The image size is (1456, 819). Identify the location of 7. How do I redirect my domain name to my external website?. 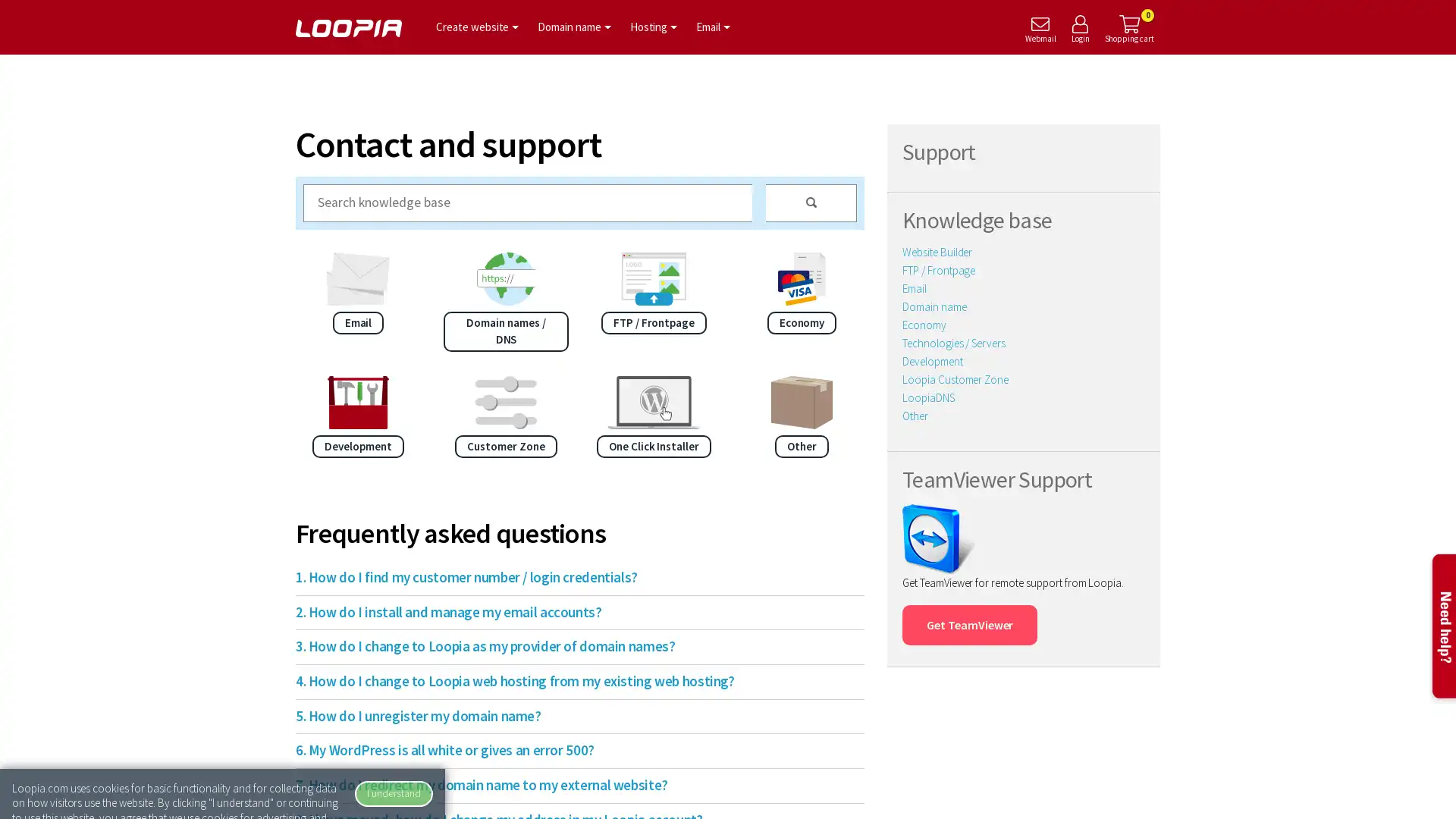
(571, 785).